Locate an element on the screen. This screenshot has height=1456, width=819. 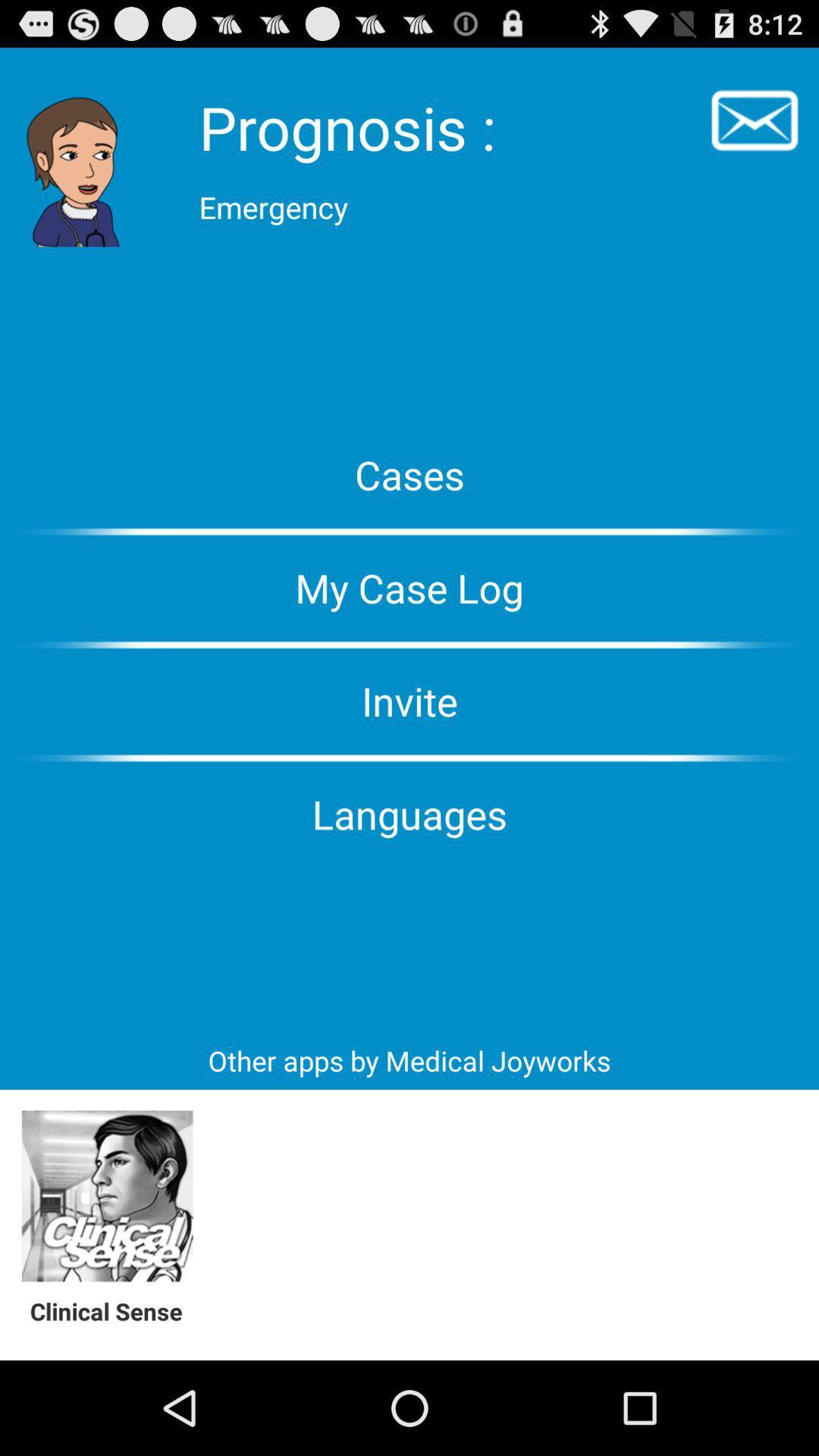
clinical sense is located at coordinates (106, 1196).